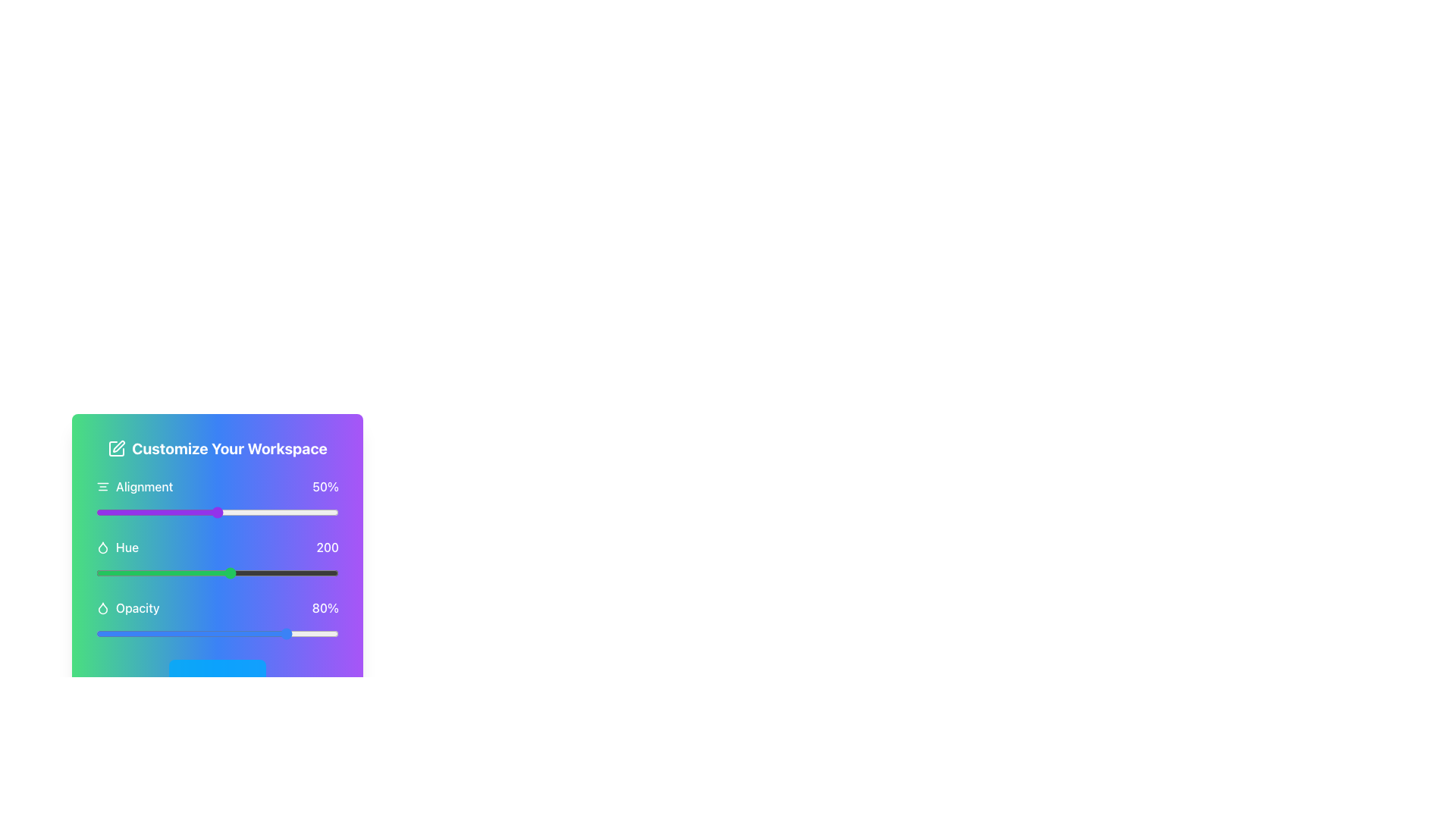 The image size is (1456, 819). Describe the element at coordinates (265, 634) in the screenshot. I see `the opacity slider` at that location.